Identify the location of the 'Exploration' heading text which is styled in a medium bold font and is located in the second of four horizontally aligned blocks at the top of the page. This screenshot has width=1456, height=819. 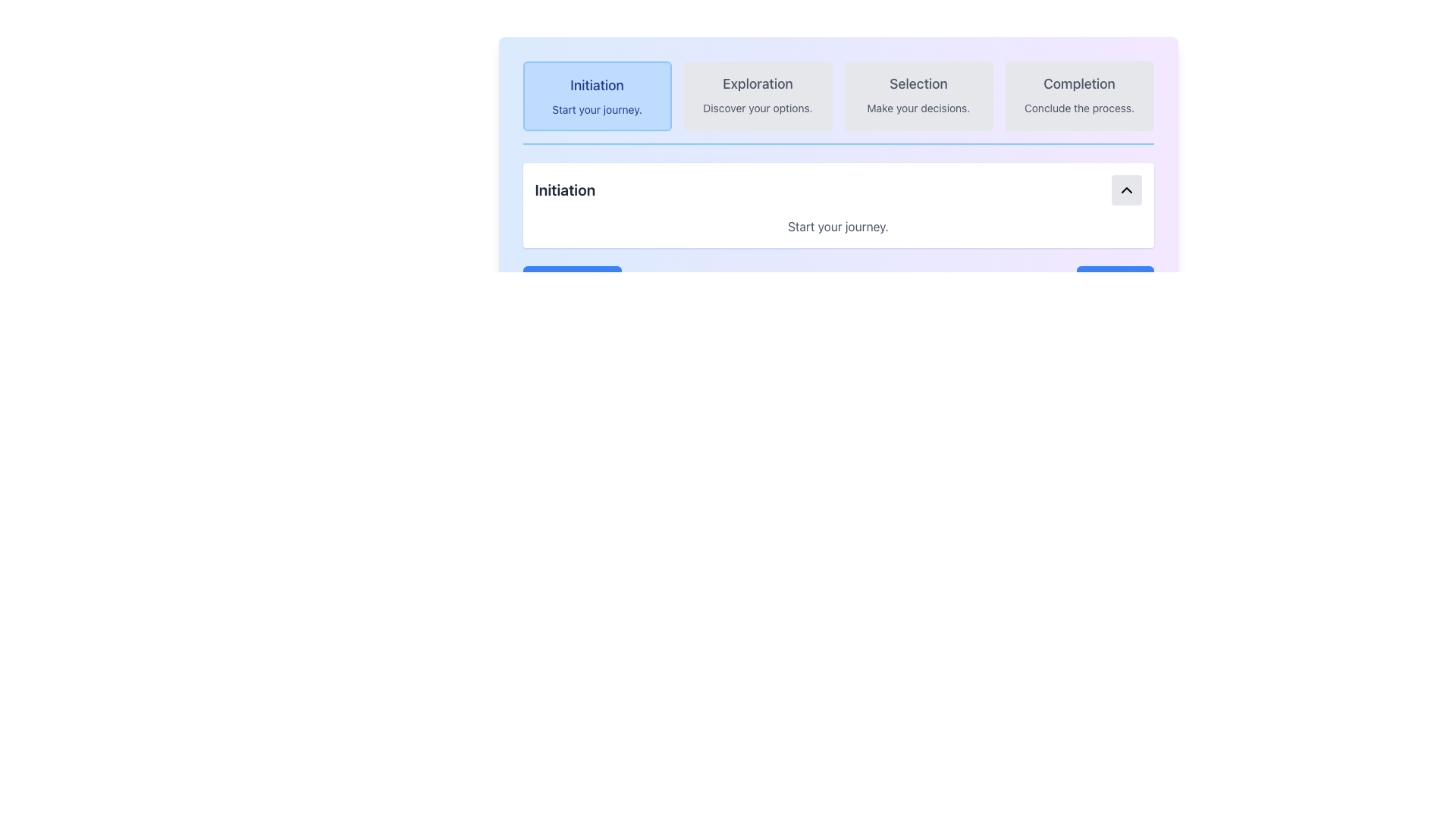
(758, 84).